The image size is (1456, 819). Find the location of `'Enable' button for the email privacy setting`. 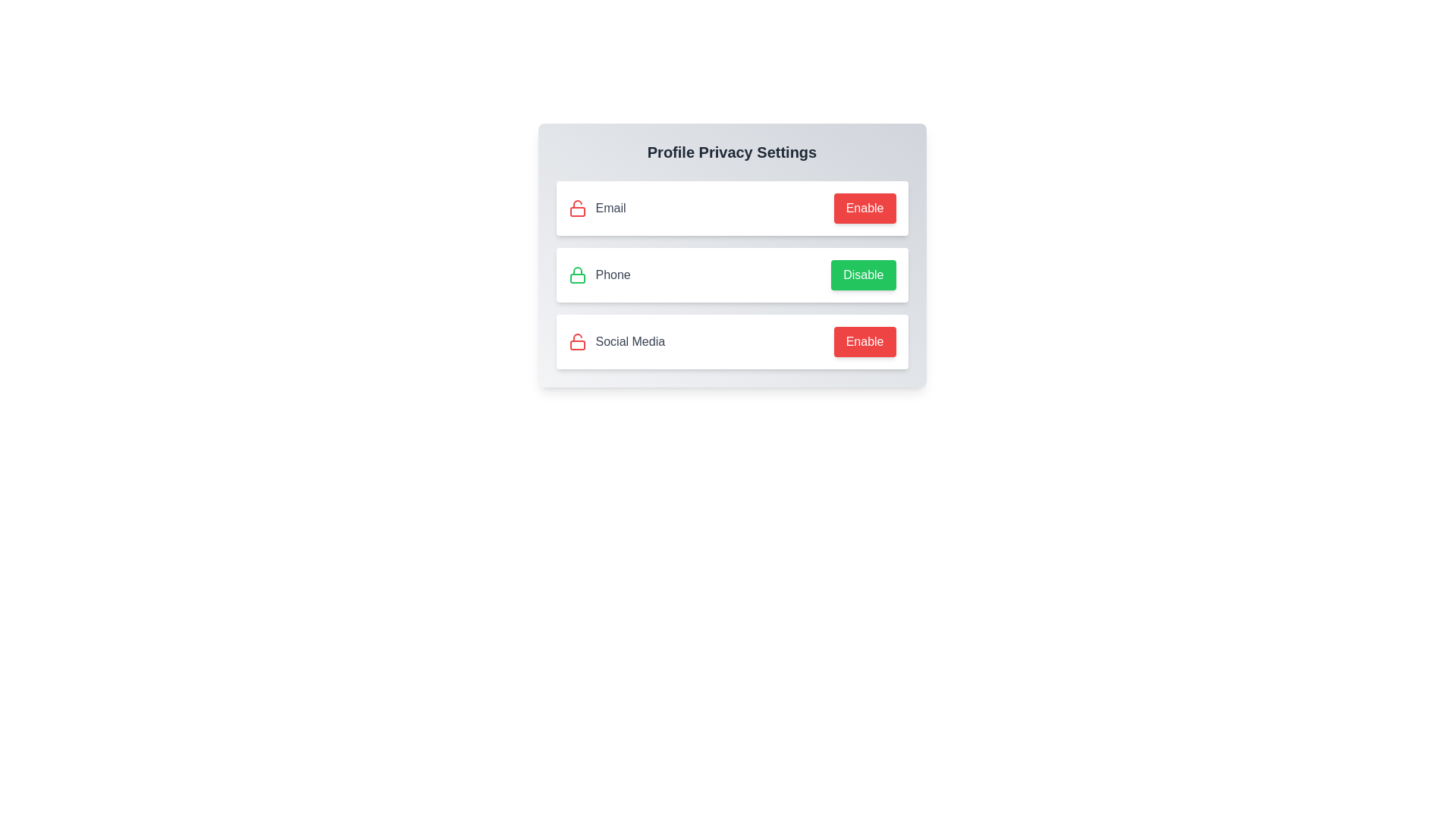

'Enable' button for the email privacy setting is located at coordinates (864, 208).